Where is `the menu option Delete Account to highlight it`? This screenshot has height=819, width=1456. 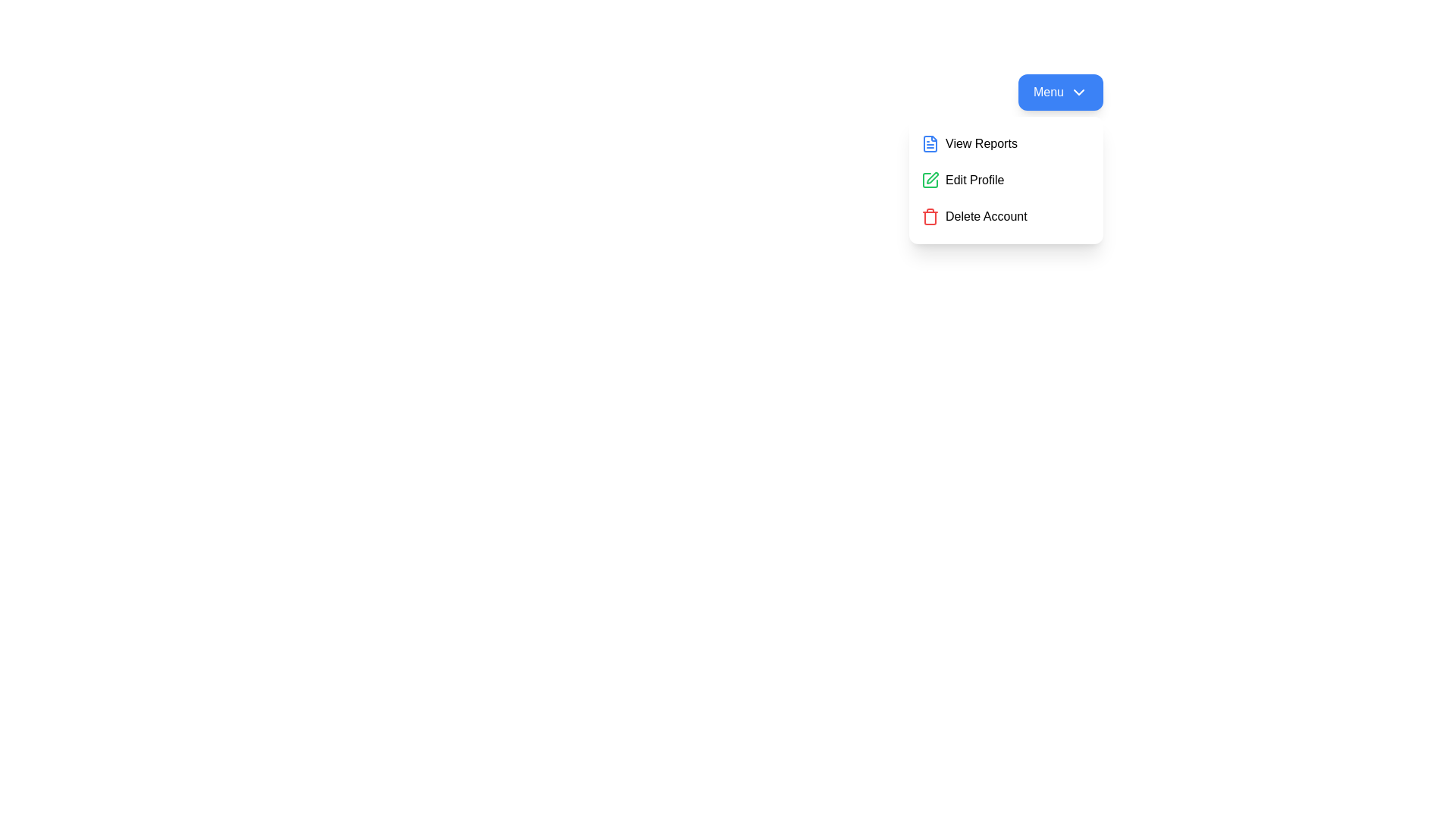
the menu option Delete Account to highlight it is located at coordinates (1006, 216).